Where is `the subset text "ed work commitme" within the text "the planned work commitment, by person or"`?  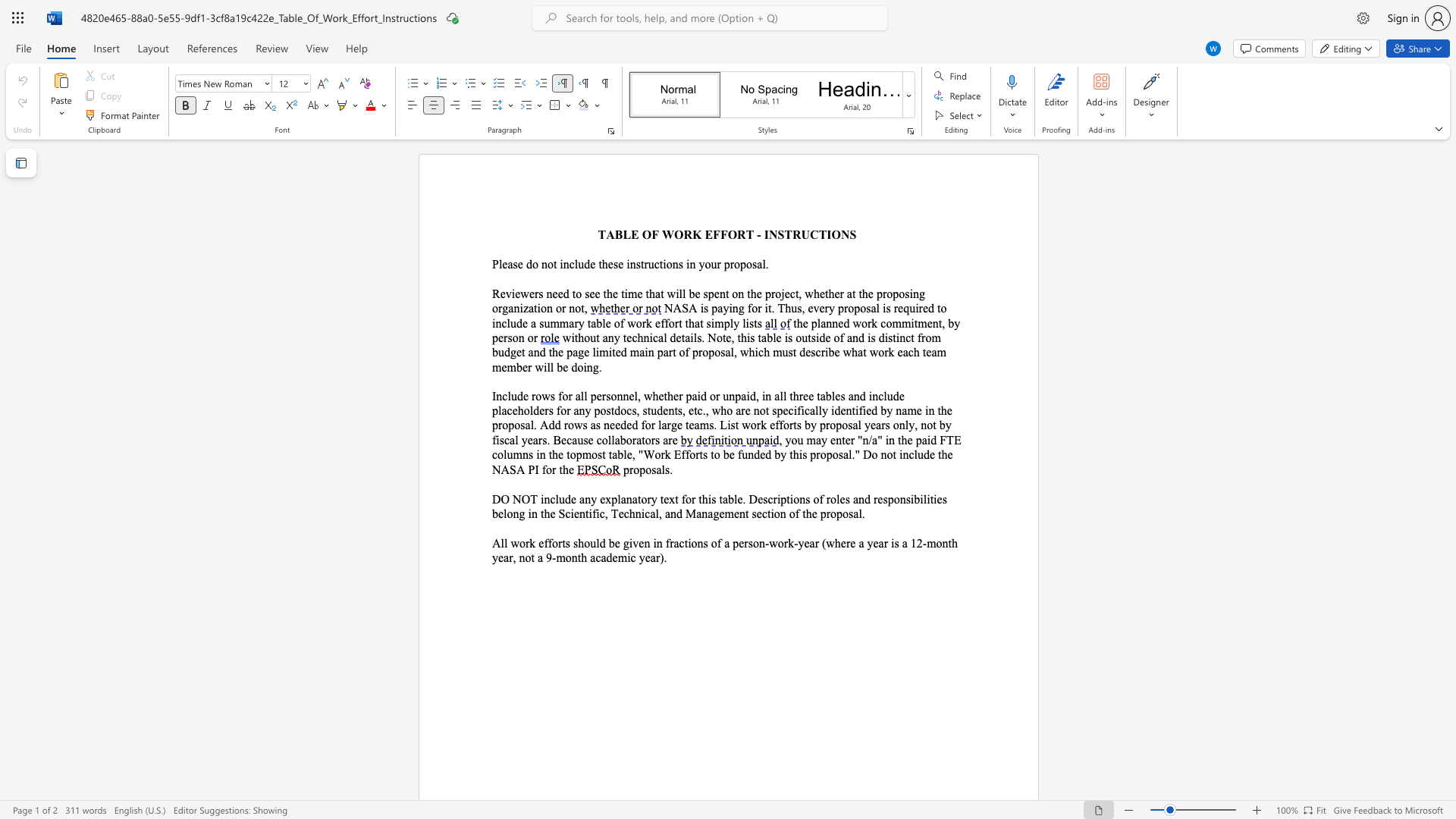 the subset text "ed work commitme" within the text "the planned work commitment, by person or" is located at coordinates (837, 322).